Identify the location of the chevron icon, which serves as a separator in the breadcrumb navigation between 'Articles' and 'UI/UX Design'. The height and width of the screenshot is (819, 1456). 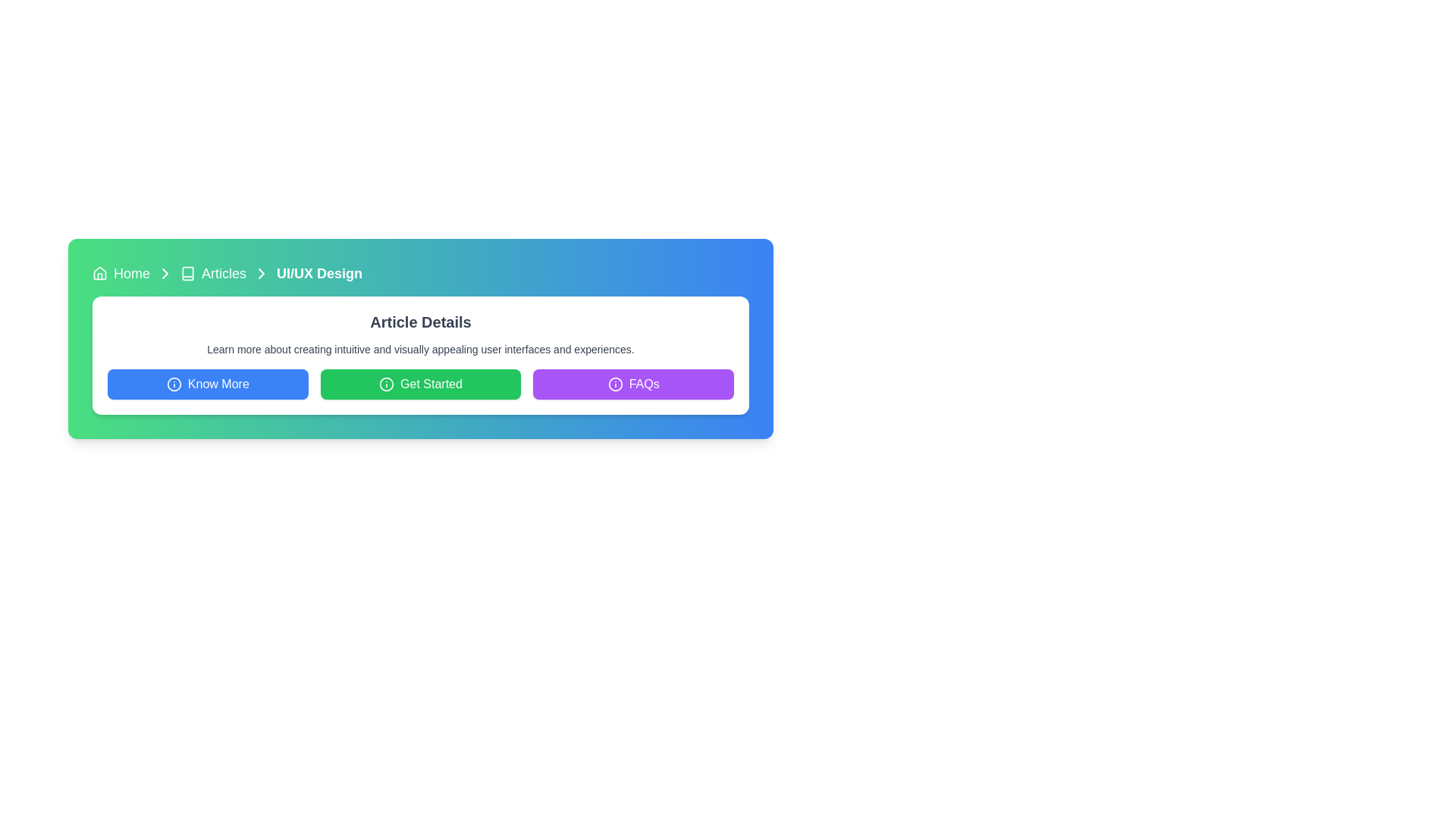
(262, 274).